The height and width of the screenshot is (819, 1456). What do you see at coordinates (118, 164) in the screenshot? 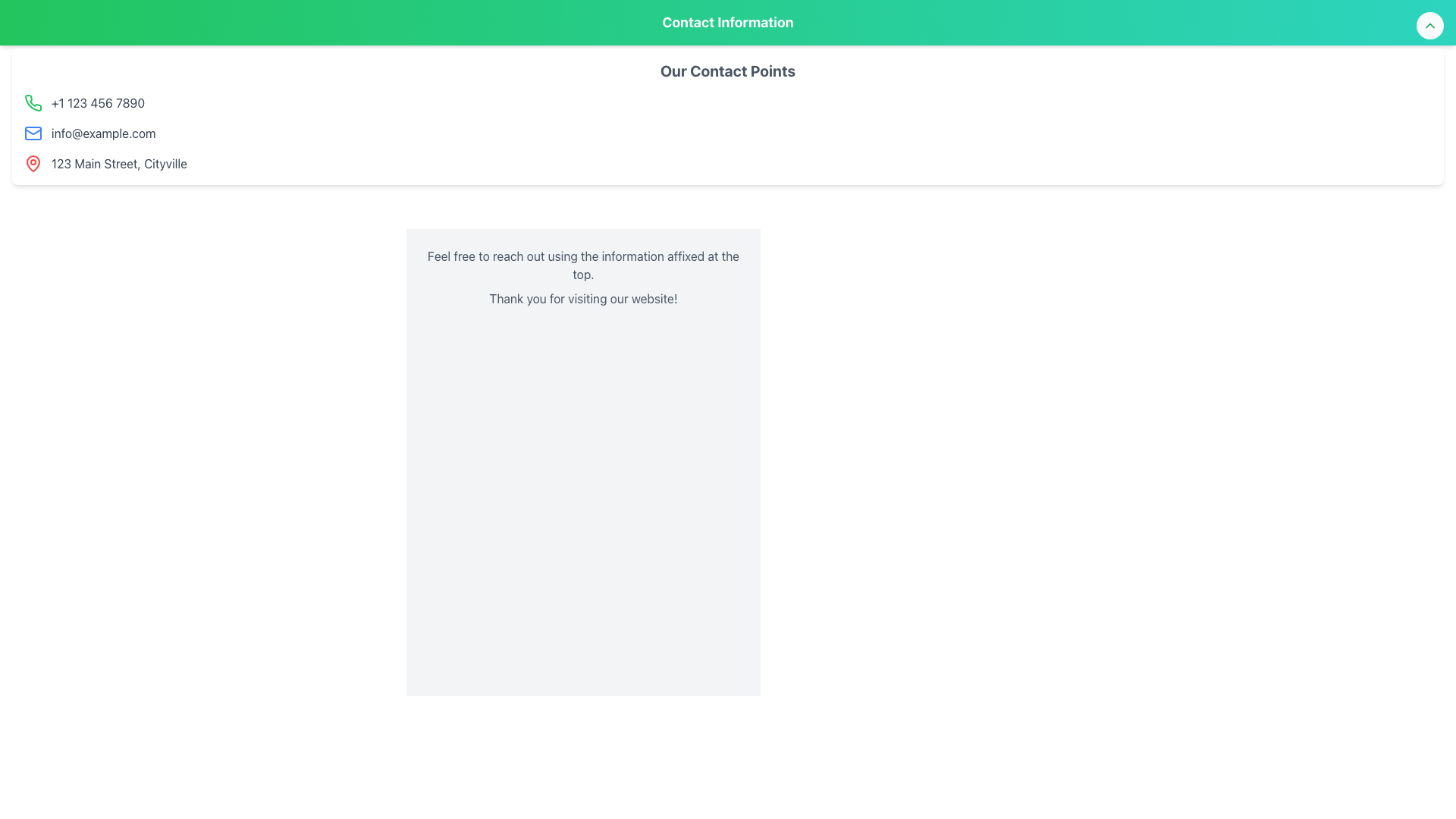
I see `the text '123 Main Street, Cityville' which is displayed in grey color as part of a contact details section, positioned next to a red map pin icon` at bounding box center [118, 164].